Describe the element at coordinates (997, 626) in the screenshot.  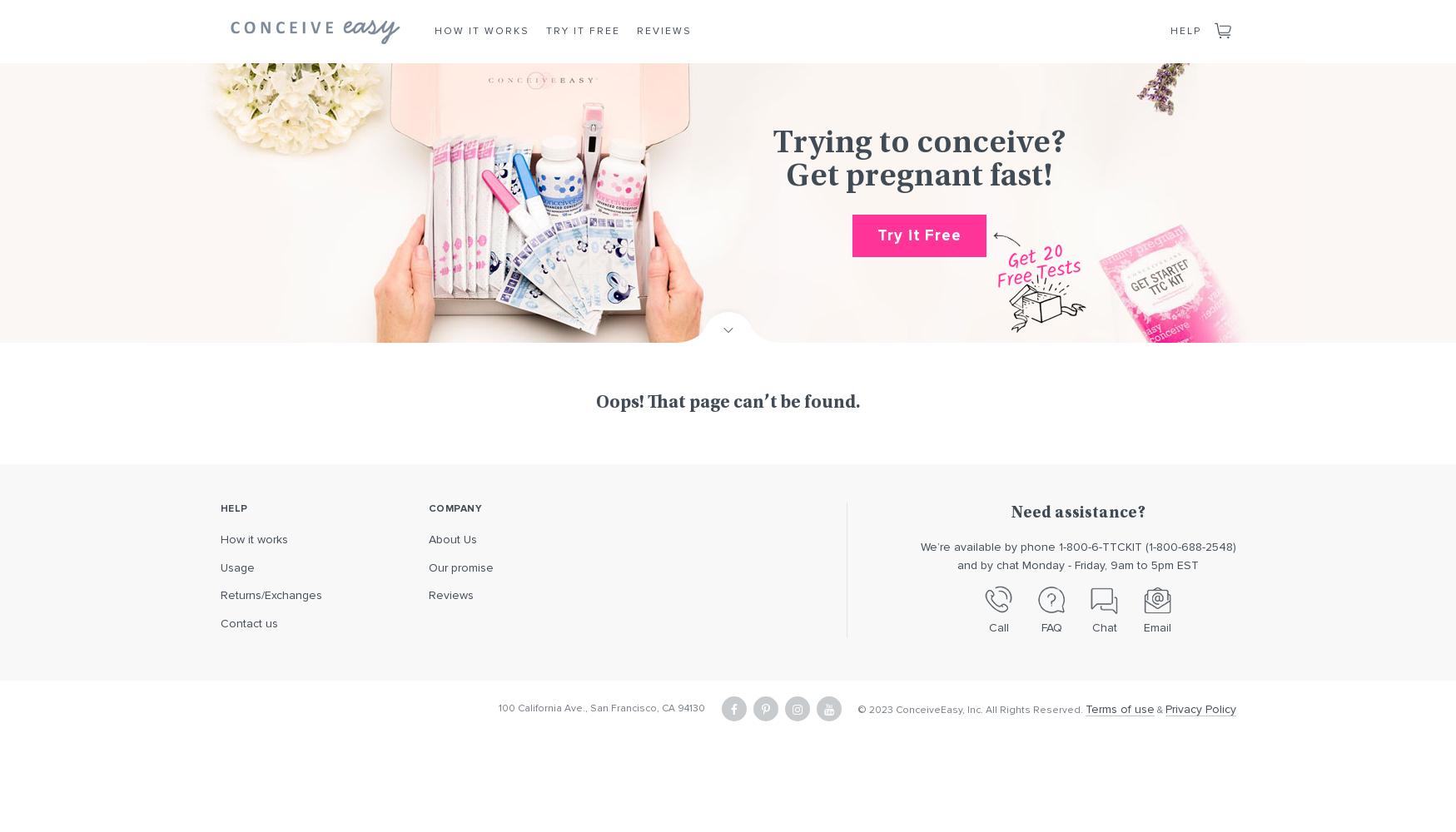
I see `'Call'` at that location.